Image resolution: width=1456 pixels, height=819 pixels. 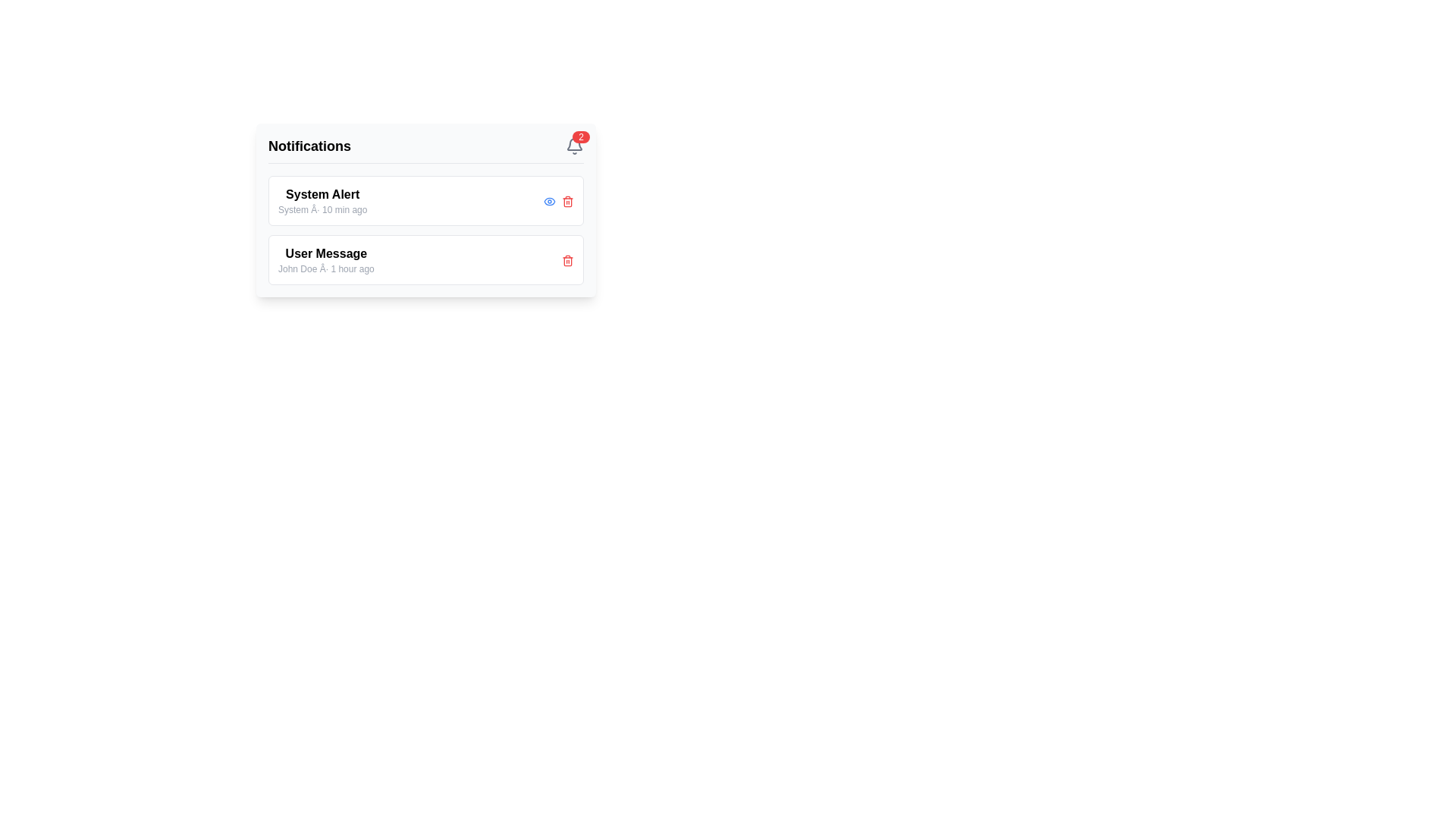 I want to click on the heading text 'Notifications' which is styled with bold and large font, located at the top of the notification center interface, so click(x=309, y=146).